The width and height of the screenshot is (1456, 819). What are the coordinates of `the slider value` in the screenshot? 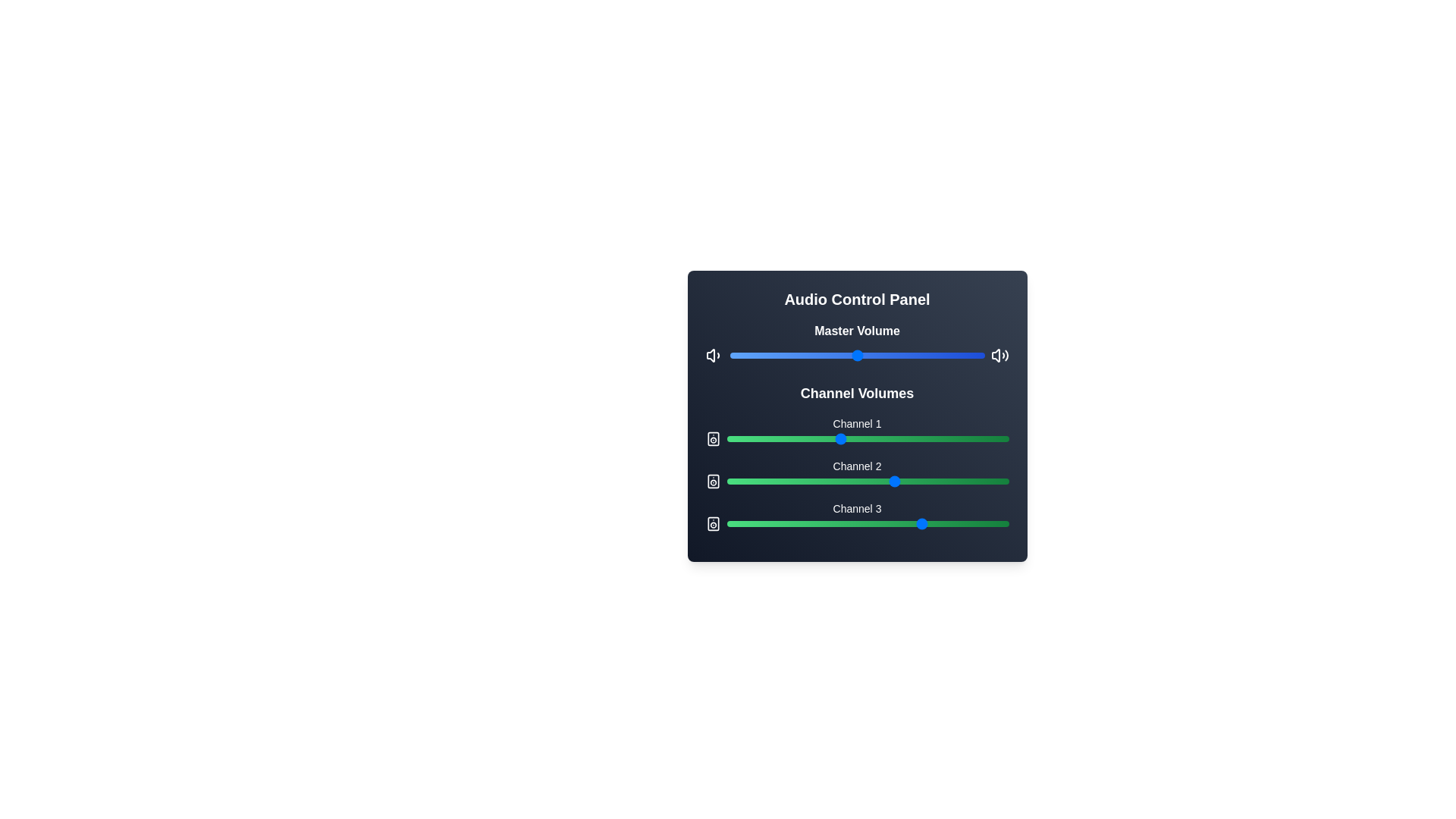 It's located at (821, 482).